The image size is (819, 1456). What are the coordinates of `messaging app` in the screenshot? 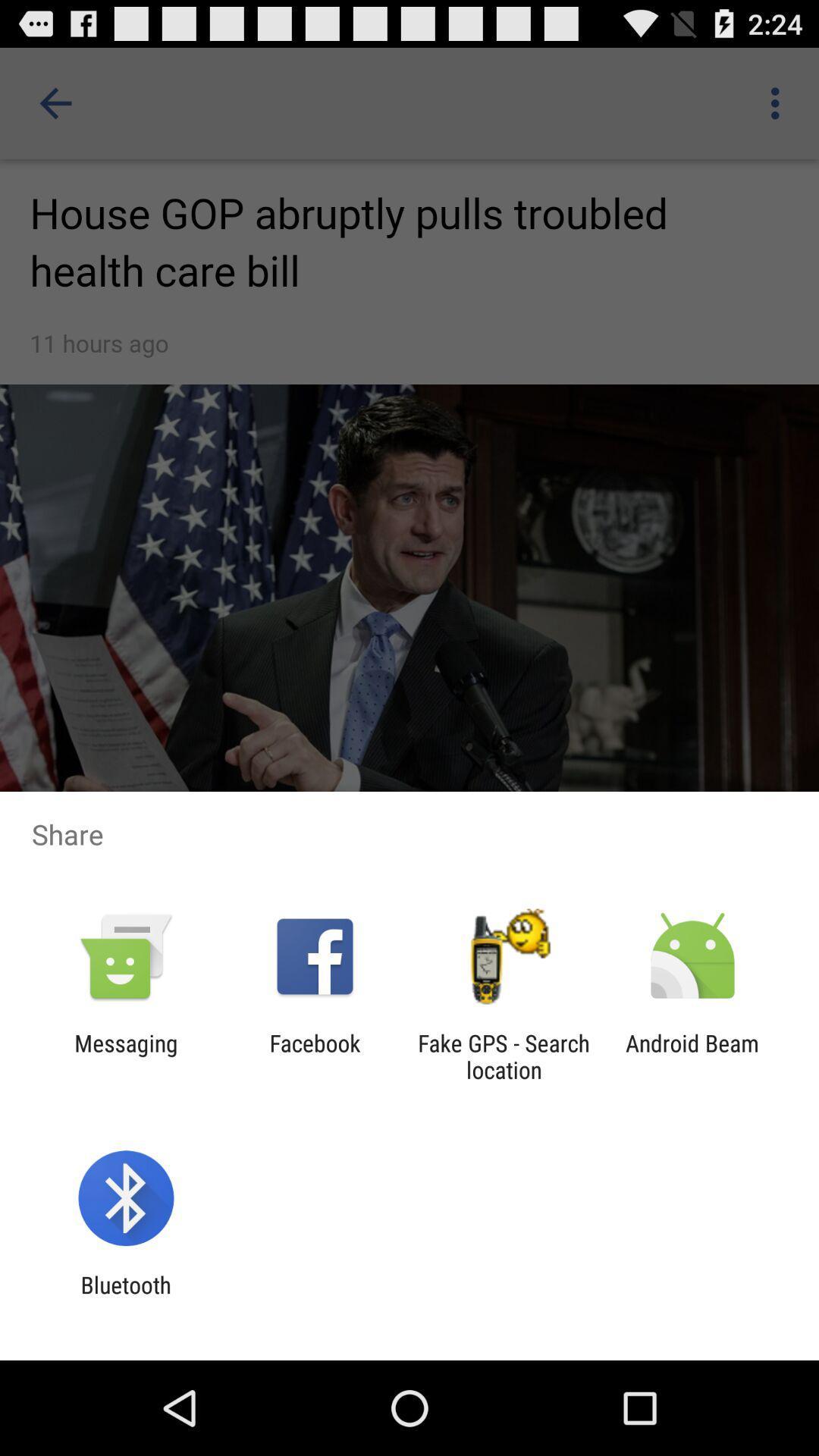 It's located at (125, 1056).